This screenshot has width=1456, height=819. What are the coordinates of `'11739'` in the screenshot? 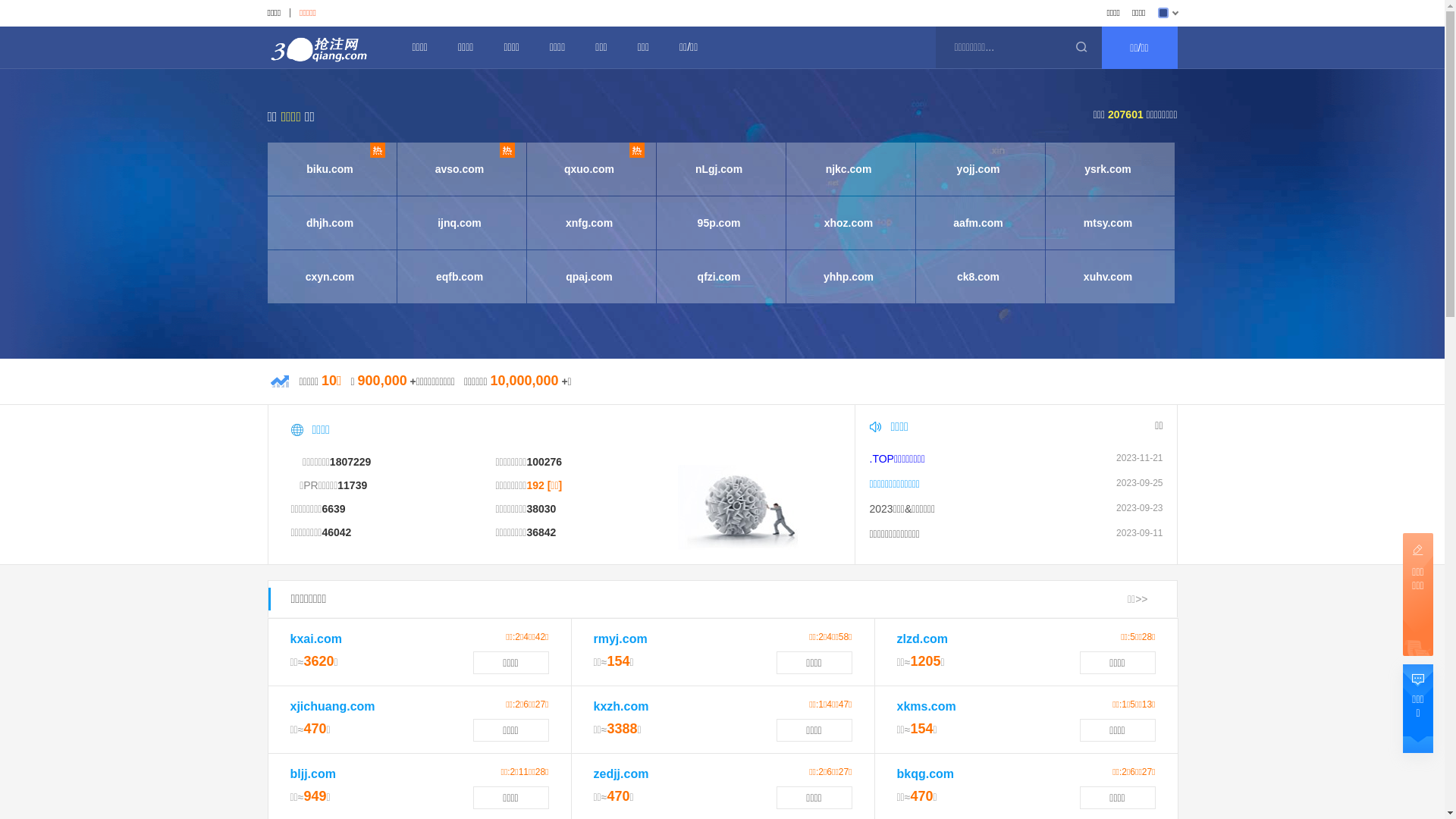 It's located at (337, 485).